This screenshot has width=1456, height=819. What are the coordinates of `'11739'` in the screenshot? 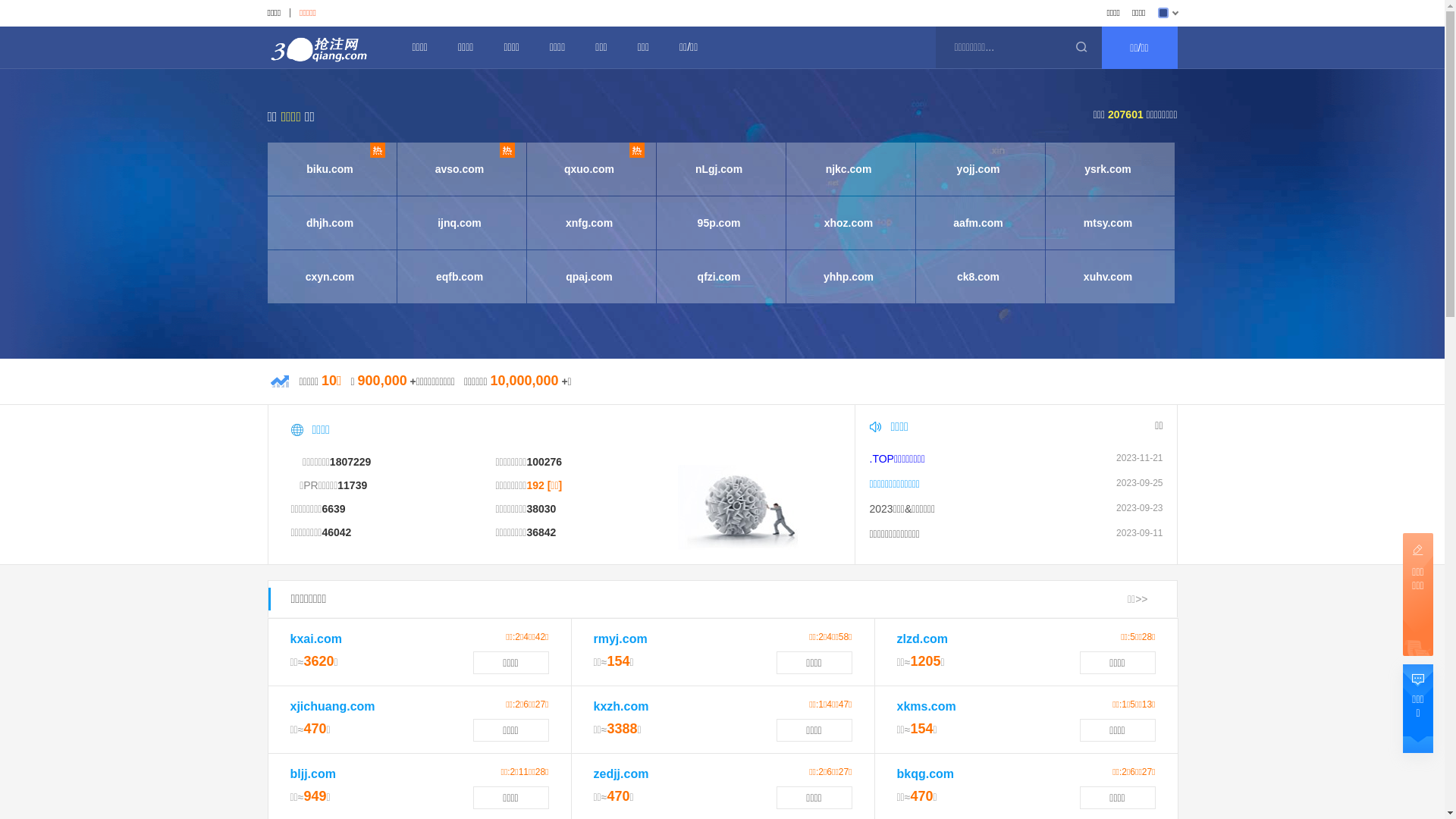 It's located at (337, 485).